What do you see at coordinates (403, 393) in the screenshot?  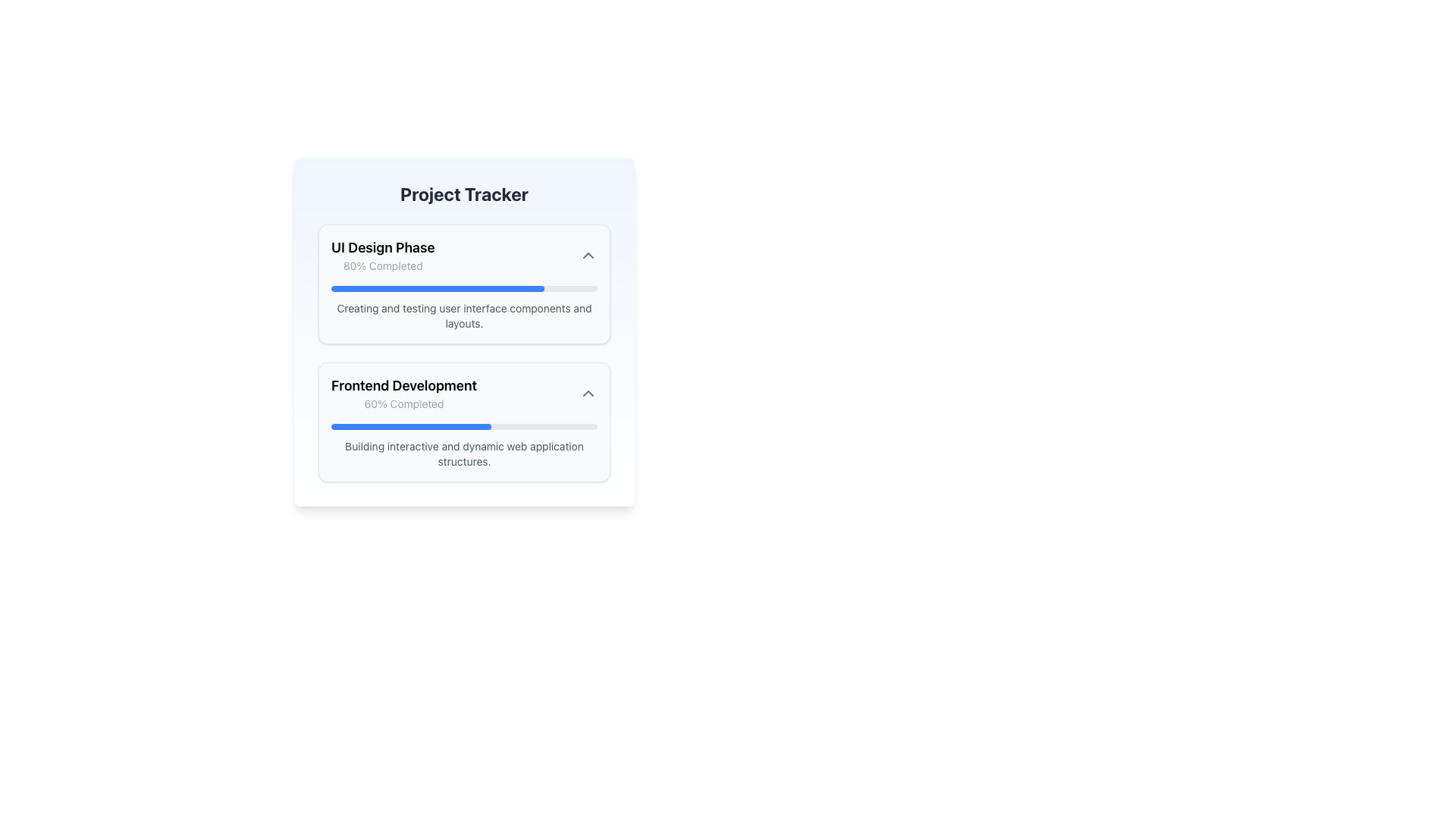 I see `text displayed in the Text Display element, which shows 'Frontend Development' and '60% Completed', located below the 'UI Design Phase' label and above a progress bar` at bounding box center [403, 393].